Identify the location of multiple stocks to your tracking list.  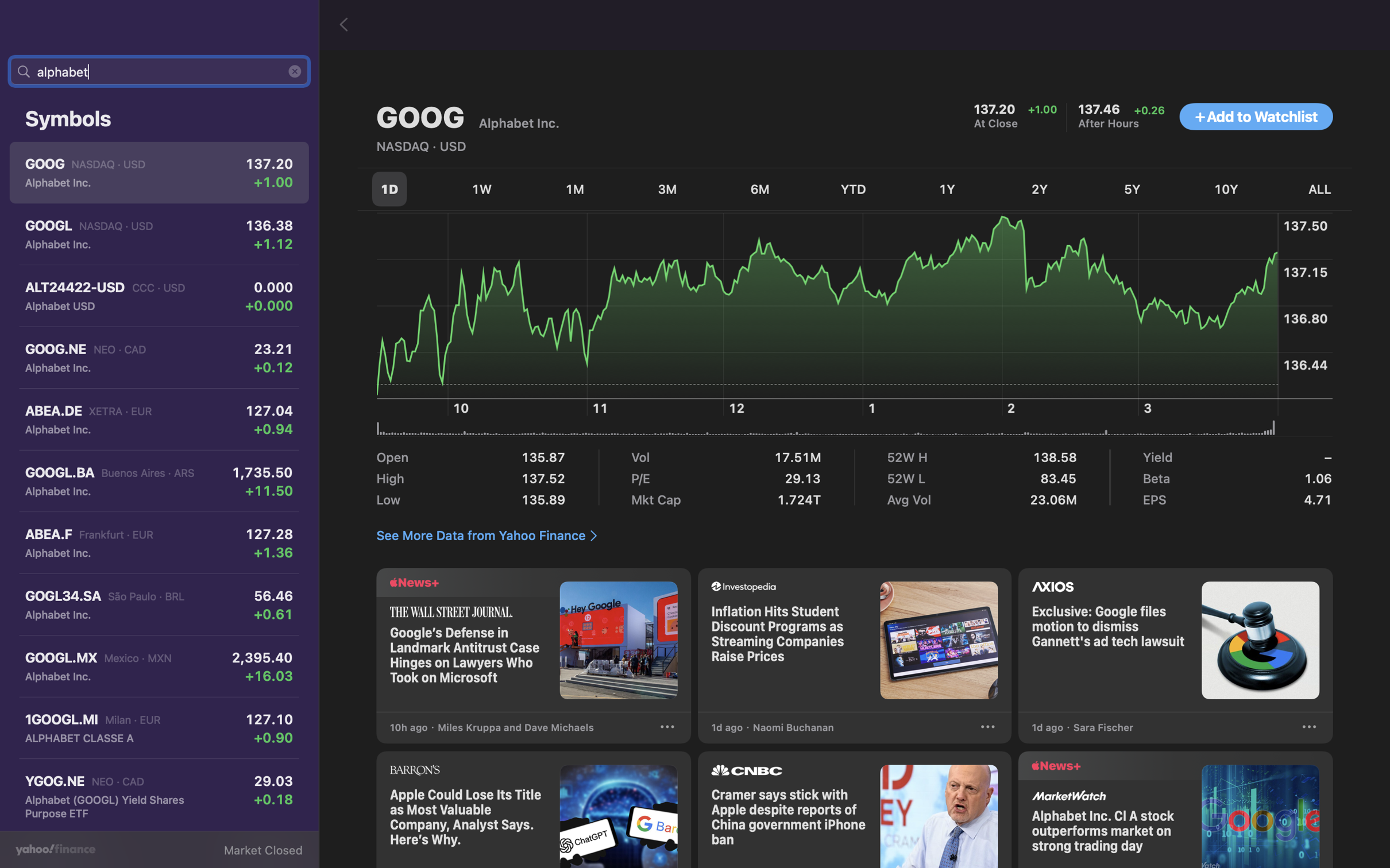
(1256, 117).